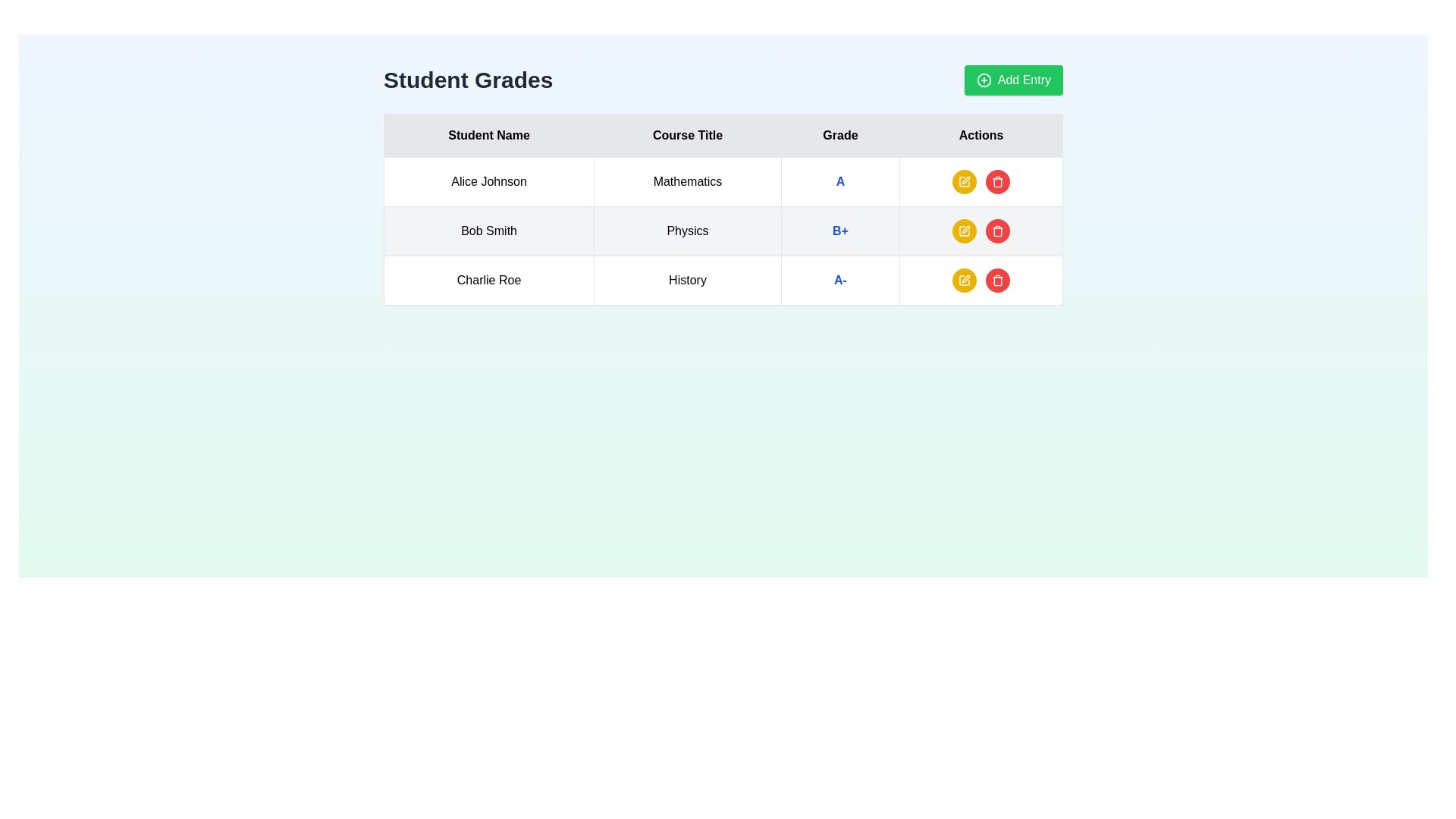 This screenshot has height=819, width=1456. I want to click on the static text label displaying 'Bob Smith' in the student grades listing, located in the second row, first column under the 'Student Name' header, so click(489, 231).